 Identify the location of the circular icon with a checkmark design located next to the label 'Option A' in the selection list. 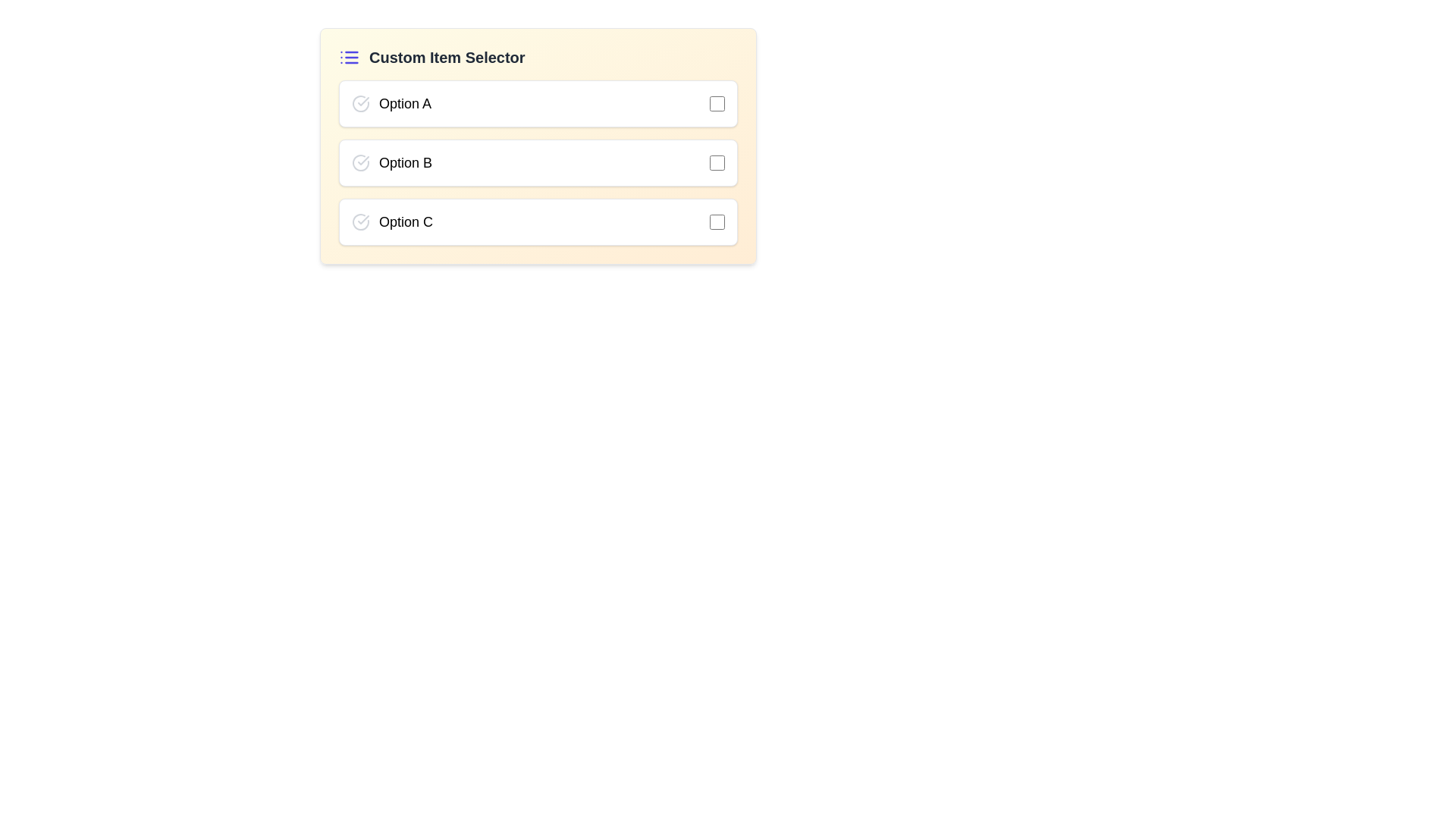
(359, 103).